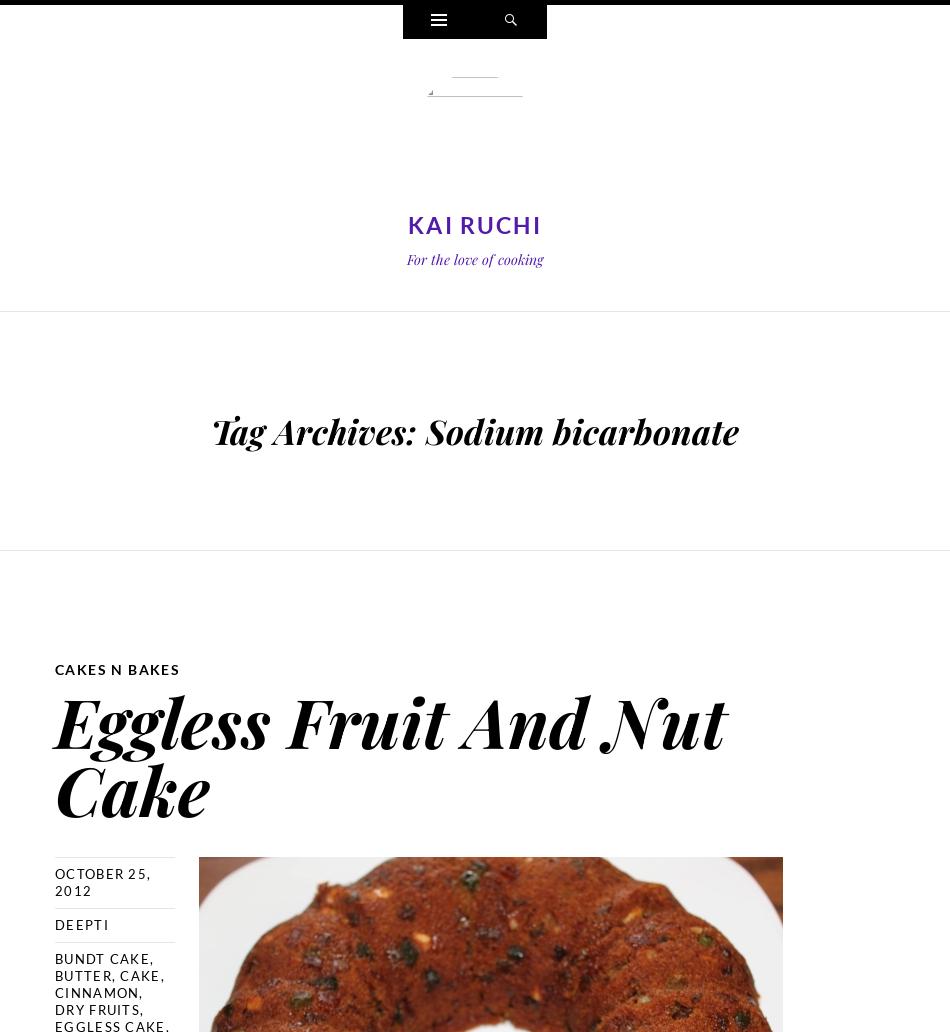  Describe the element at coordinates (55, 957) in the screenshot. I see `'Bundt cake'` at that location.